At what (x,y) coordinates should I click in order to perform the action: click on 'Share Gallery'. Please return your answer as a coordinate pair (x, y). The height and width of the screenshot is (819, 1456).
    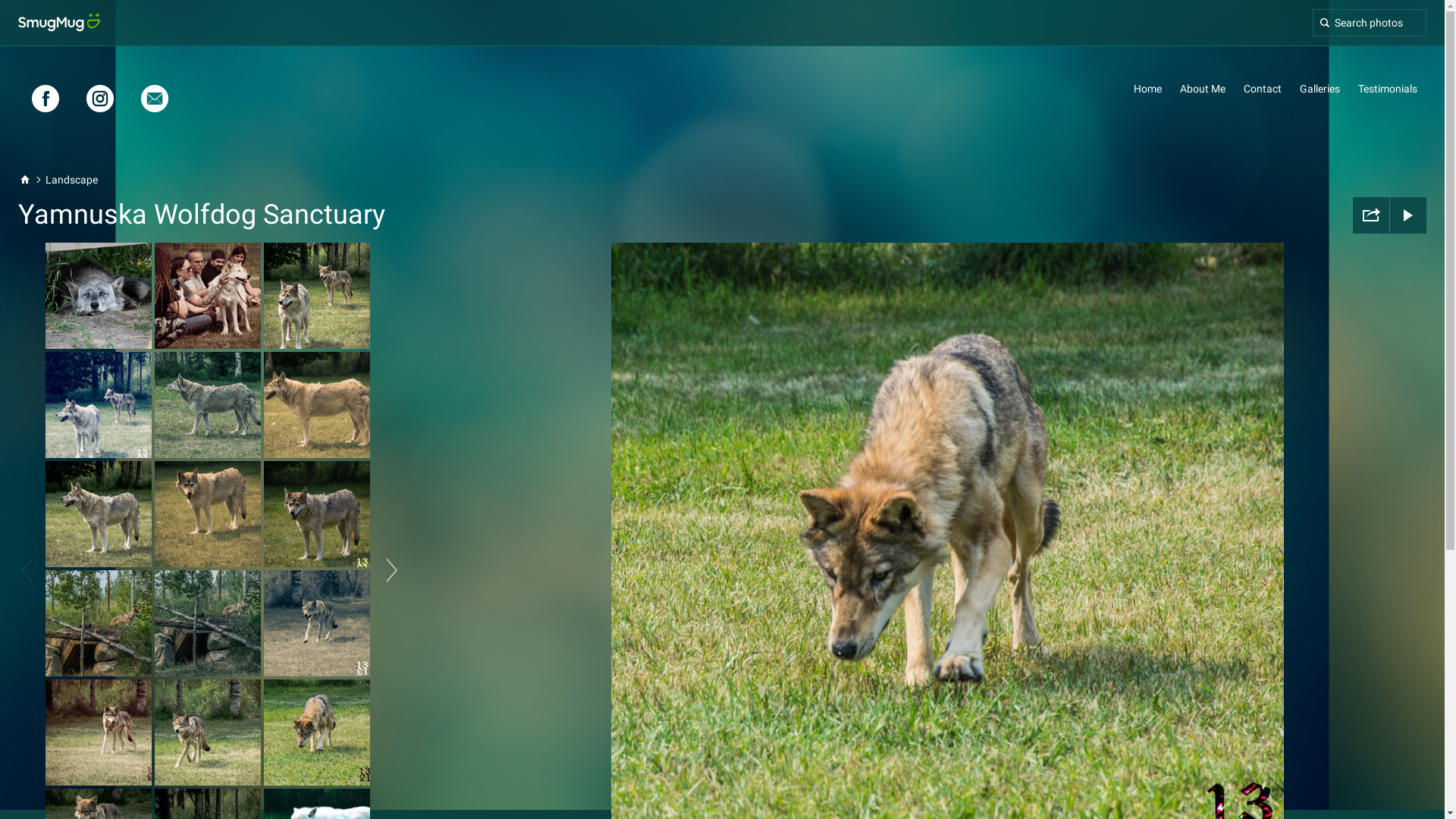
    Looking at the image, I should click on (1371, 215).